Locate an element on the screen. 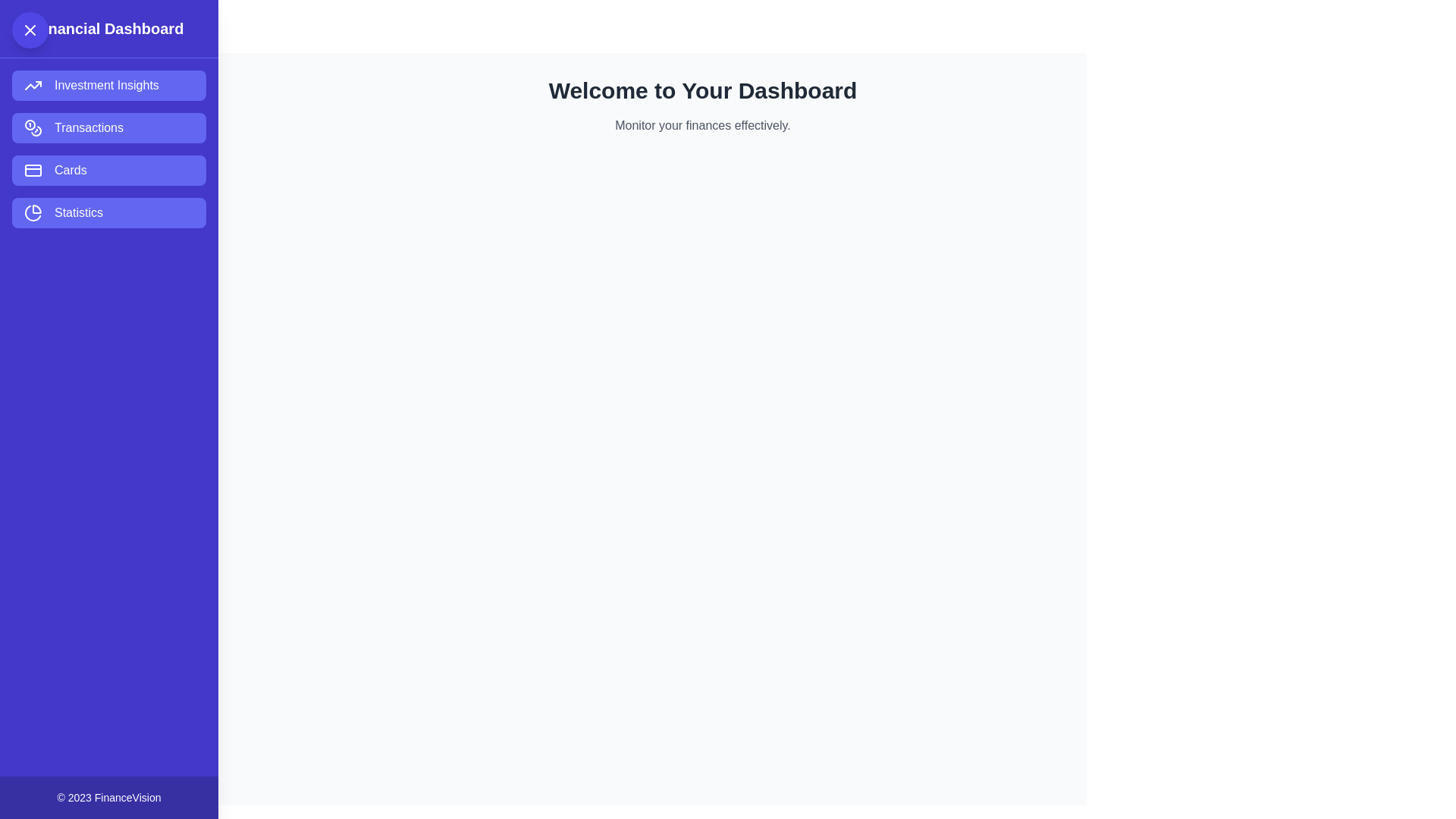  the bold text label reading 'Welcome to Your Dashboard', which is prominently styled and located at the top of the right panel is located at coordinates (701, 90).